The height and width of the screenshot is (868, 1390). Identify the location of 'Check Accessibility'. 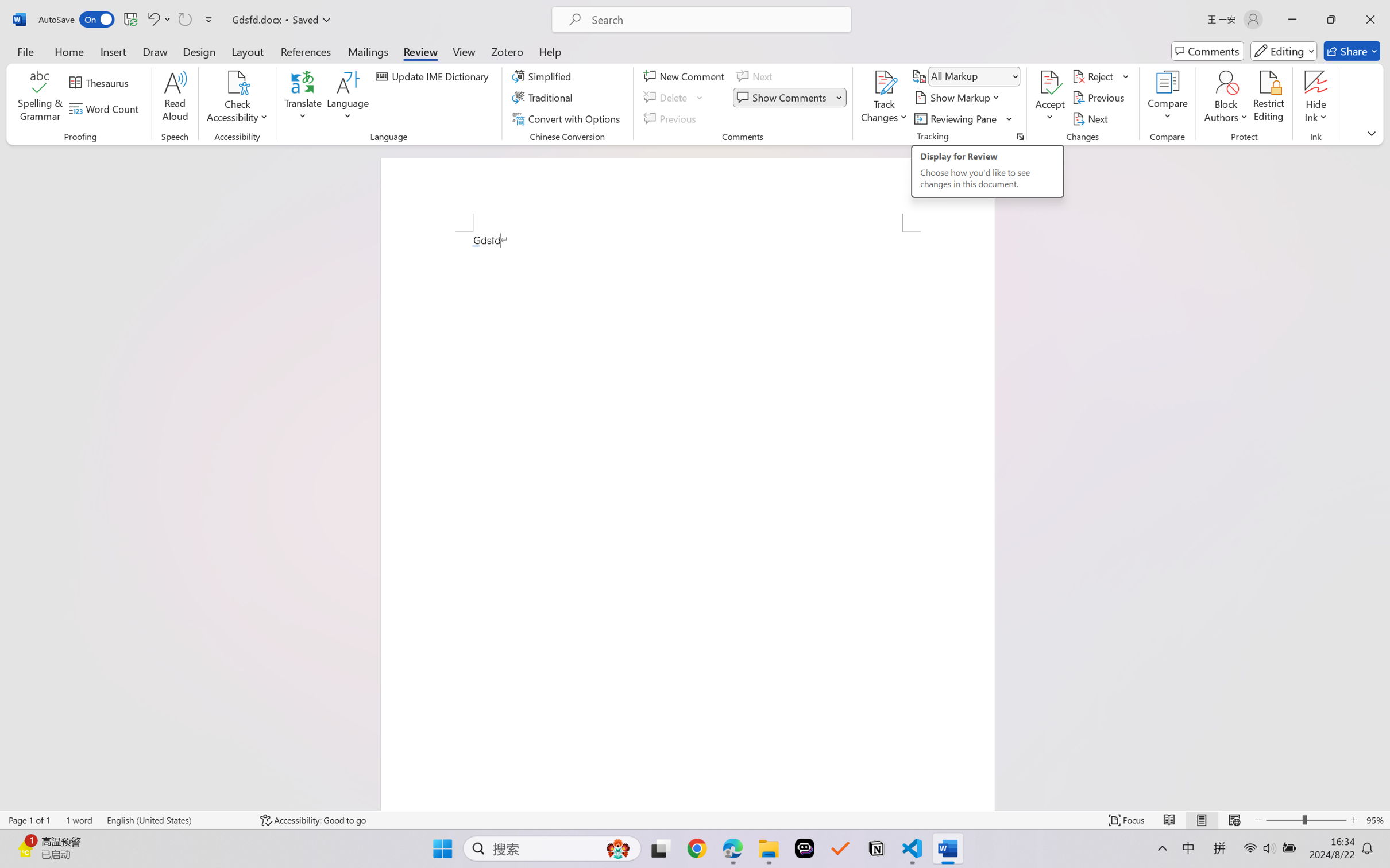
(237, 98).